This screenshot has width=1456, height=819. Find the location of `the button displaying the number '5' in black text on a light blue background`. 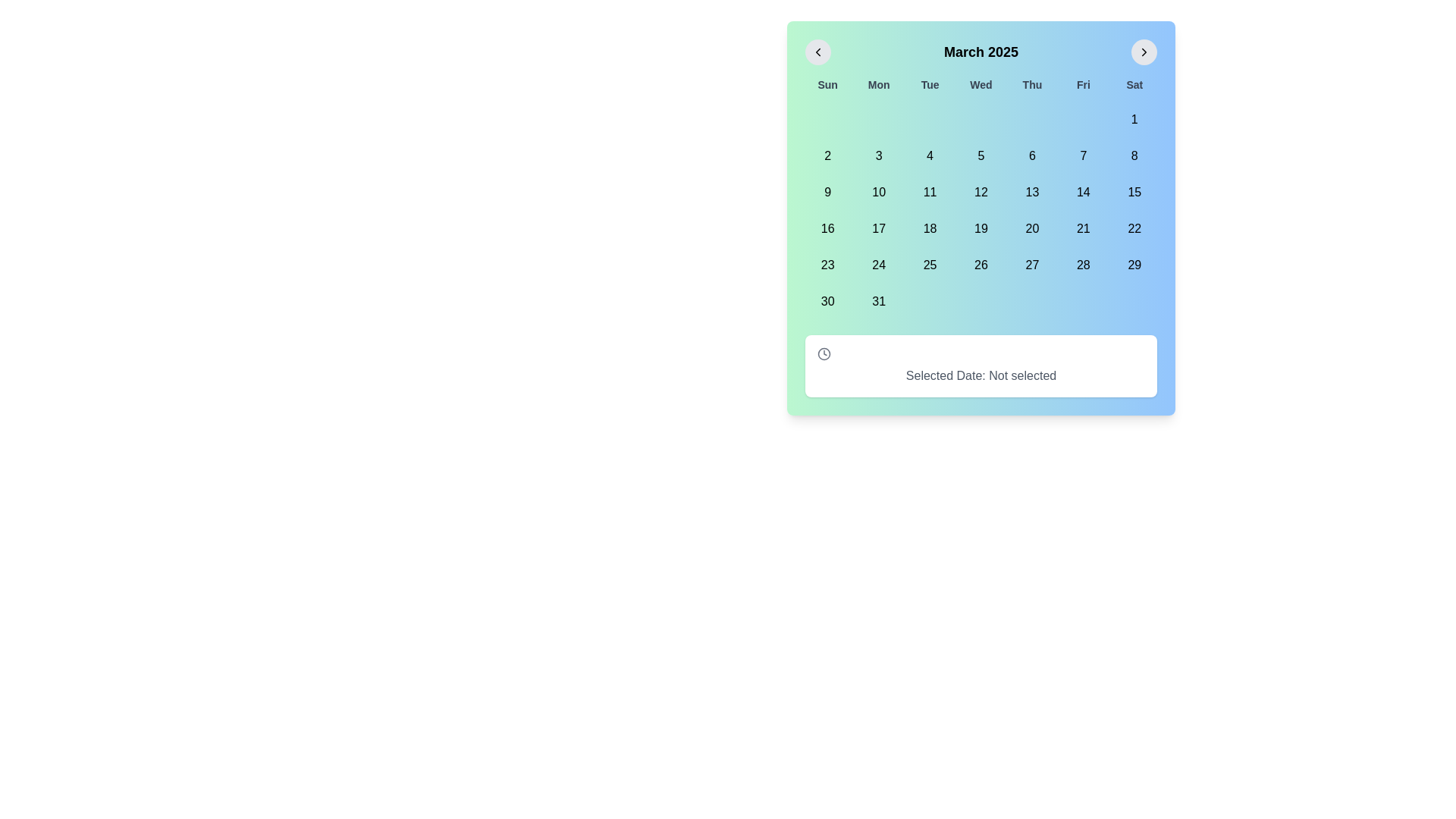

the button displaying the number '5' in black text on a light blue background is located at coordinates (981, 155).